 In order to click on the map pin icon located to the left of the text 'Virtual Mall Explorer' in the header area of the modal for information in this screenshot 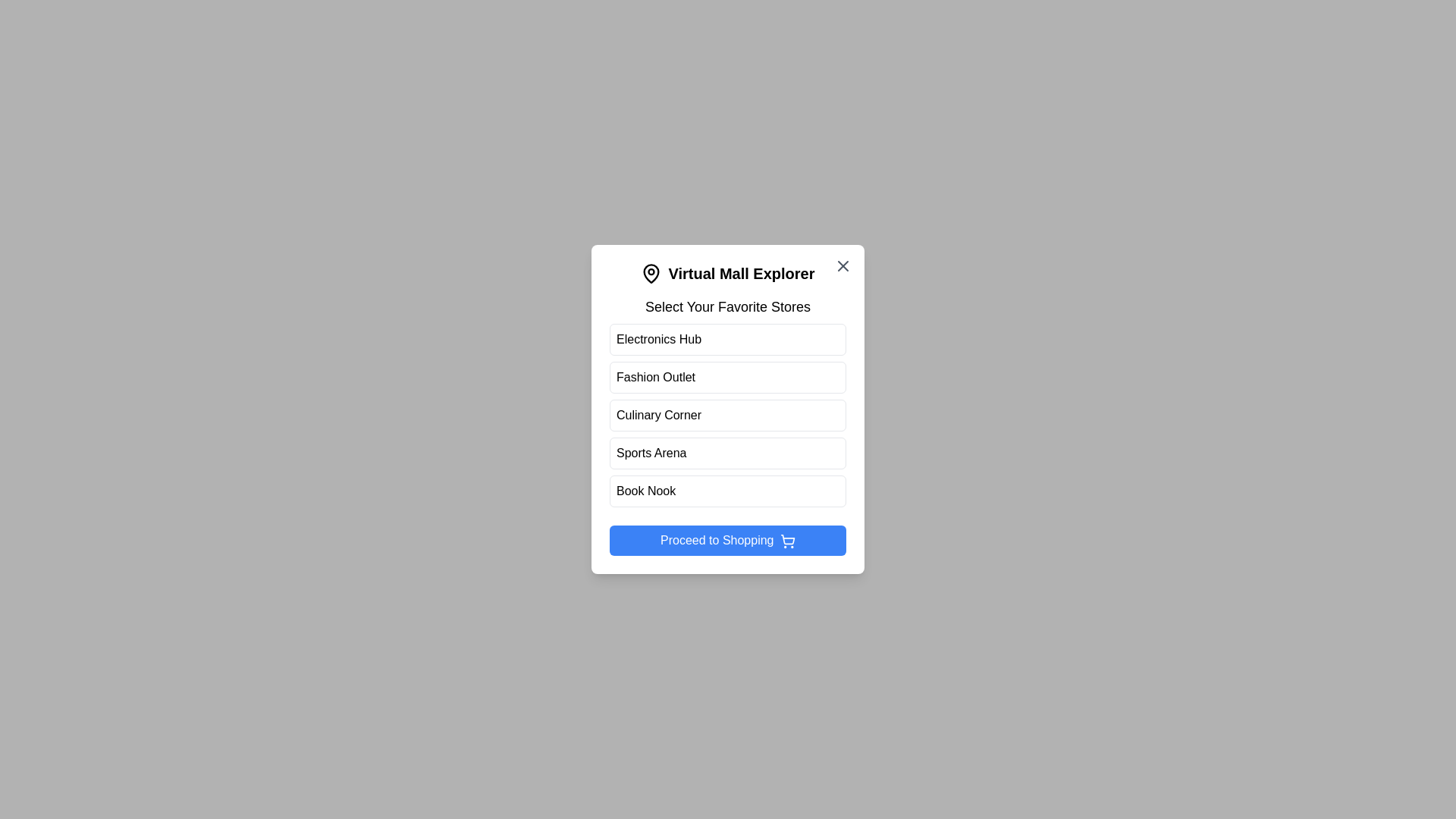, I will do `click(651, 274)`.